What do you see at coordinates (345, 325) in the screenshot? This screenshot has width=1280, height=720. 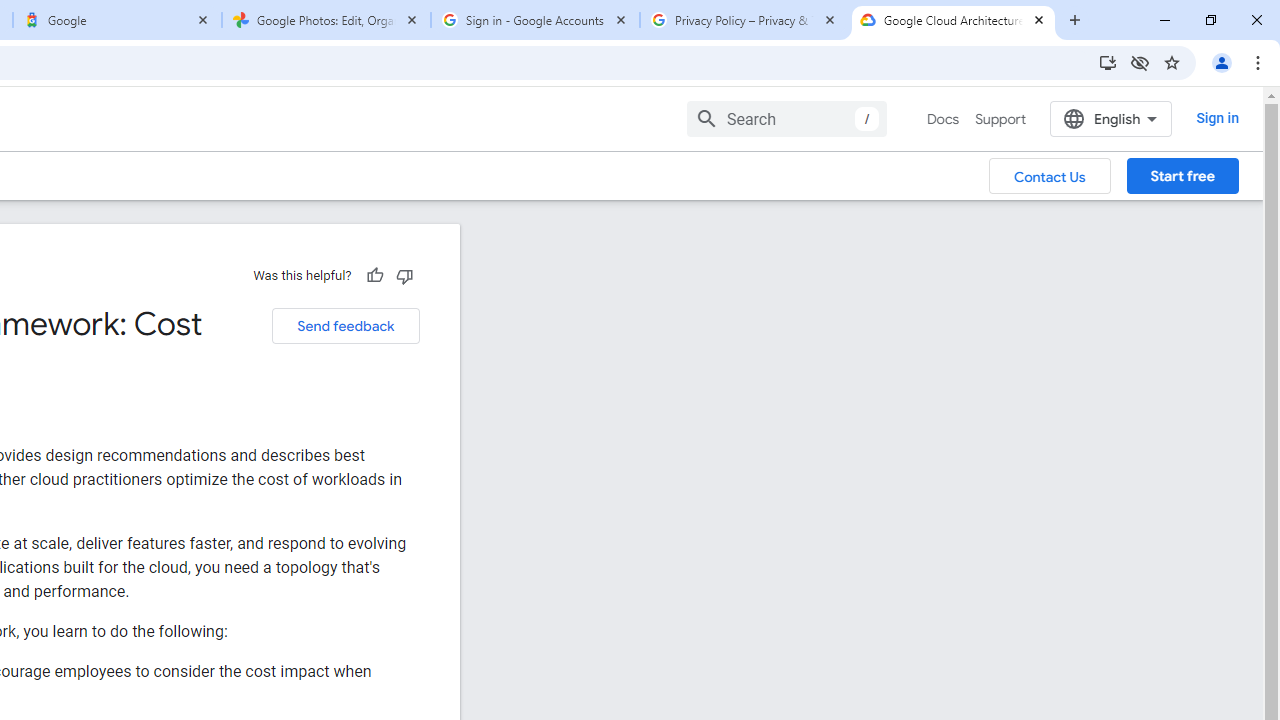 I see `'Send feedback'` at bounding box center [345, 325].